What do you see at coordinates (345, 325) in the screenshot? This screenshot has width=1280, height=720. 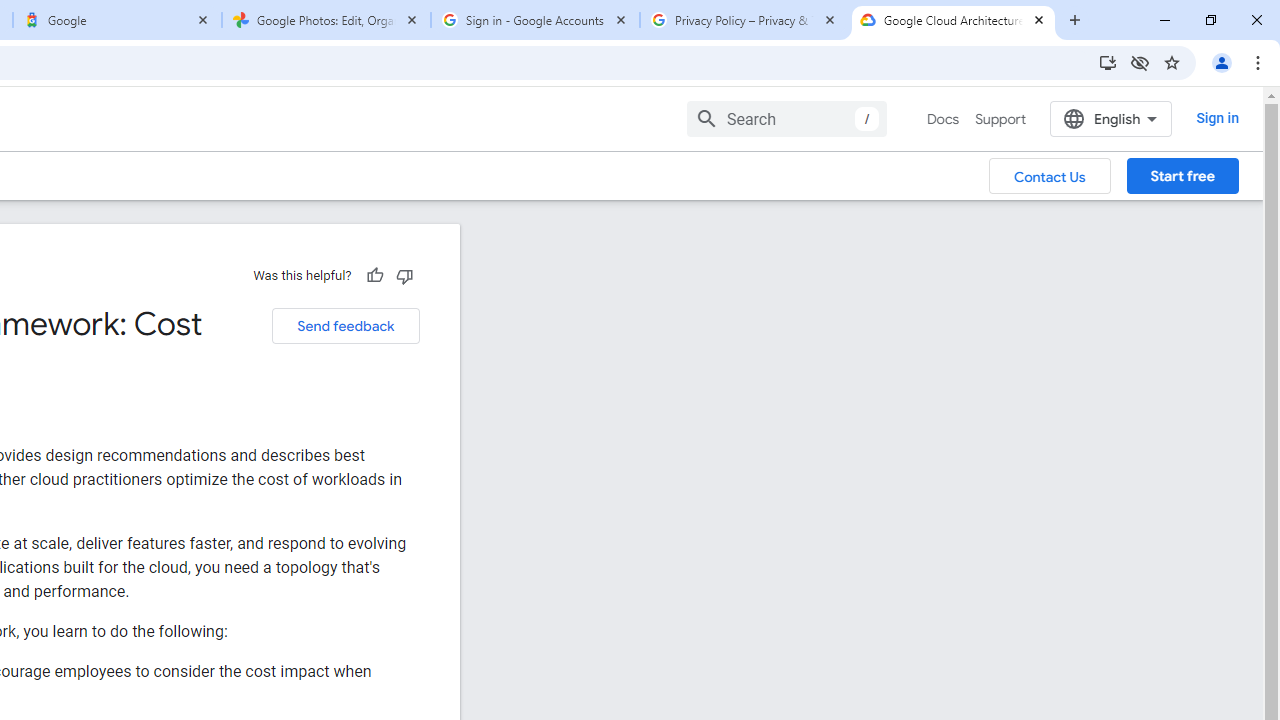 I see `'Send feedback'` at bounding box center [345, 325].